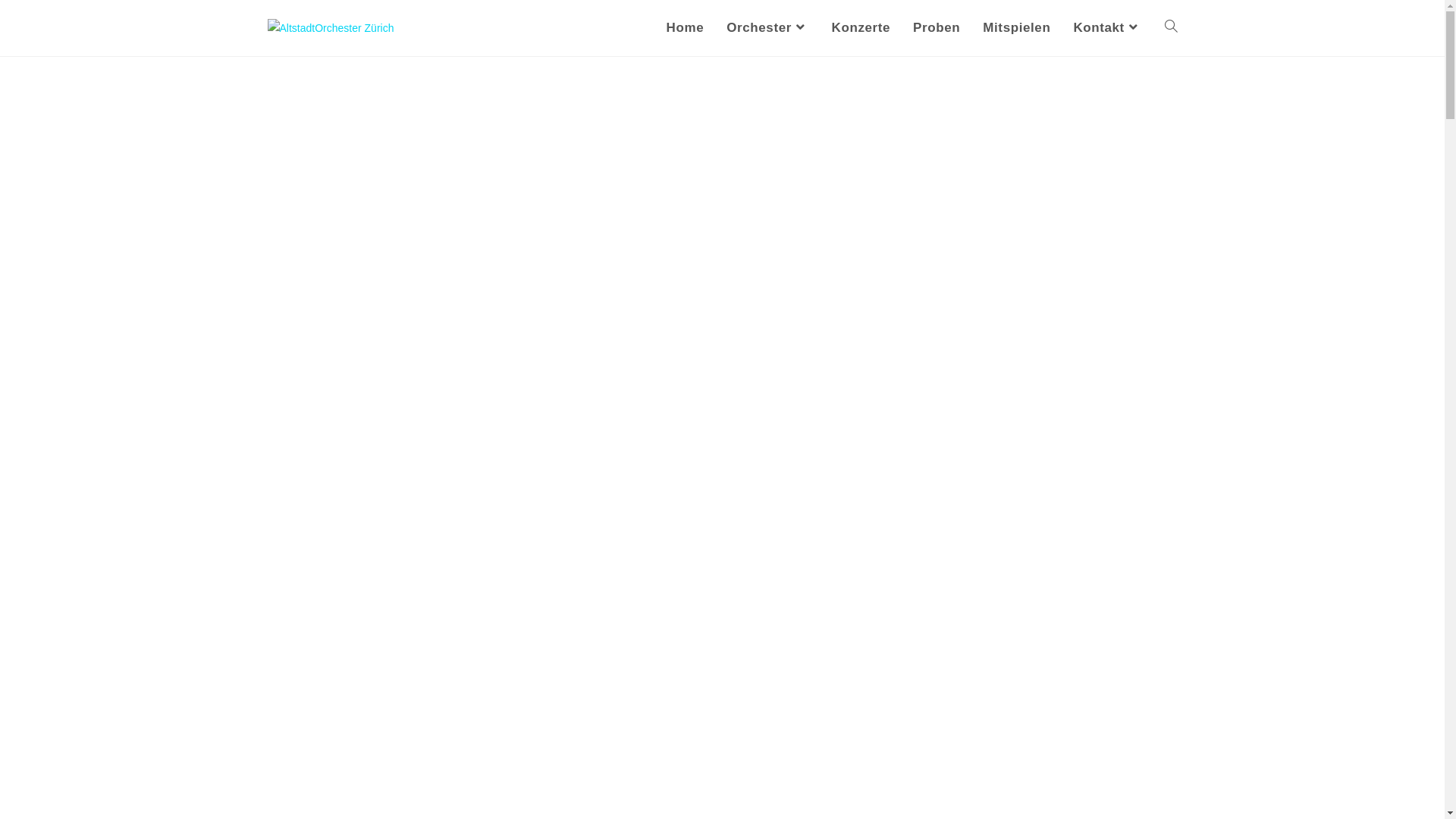 This screenshot has height=819, width=1456. I want to click on 'Proben', so click(935, 28).